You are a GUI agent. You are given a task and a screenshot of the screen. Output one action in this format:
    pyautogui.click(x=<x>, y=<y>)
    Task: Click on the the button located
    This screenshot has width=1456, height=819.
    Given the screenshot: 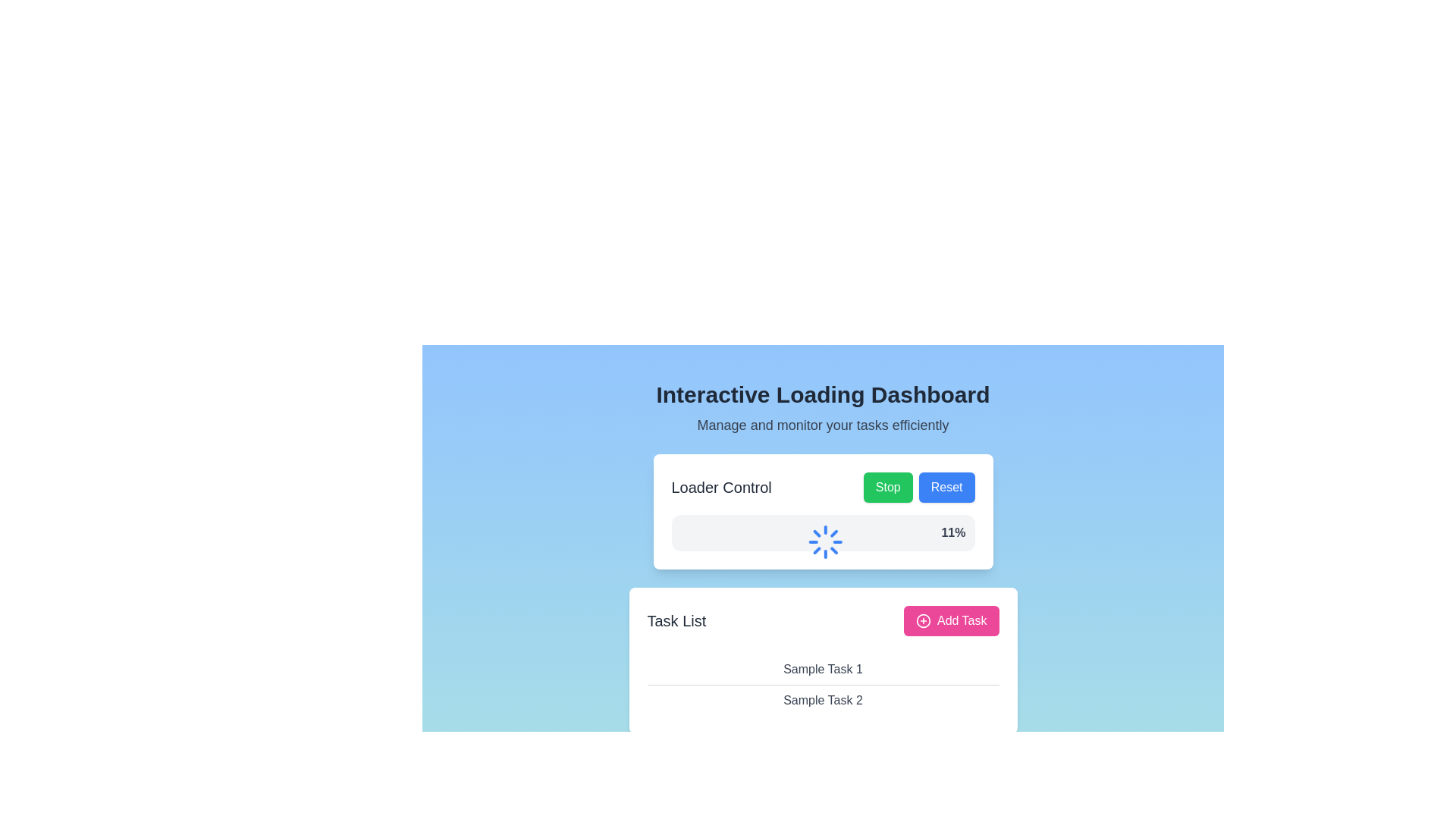 What is the action you would take?
    pyautogui.click(x=949, y=620)
    